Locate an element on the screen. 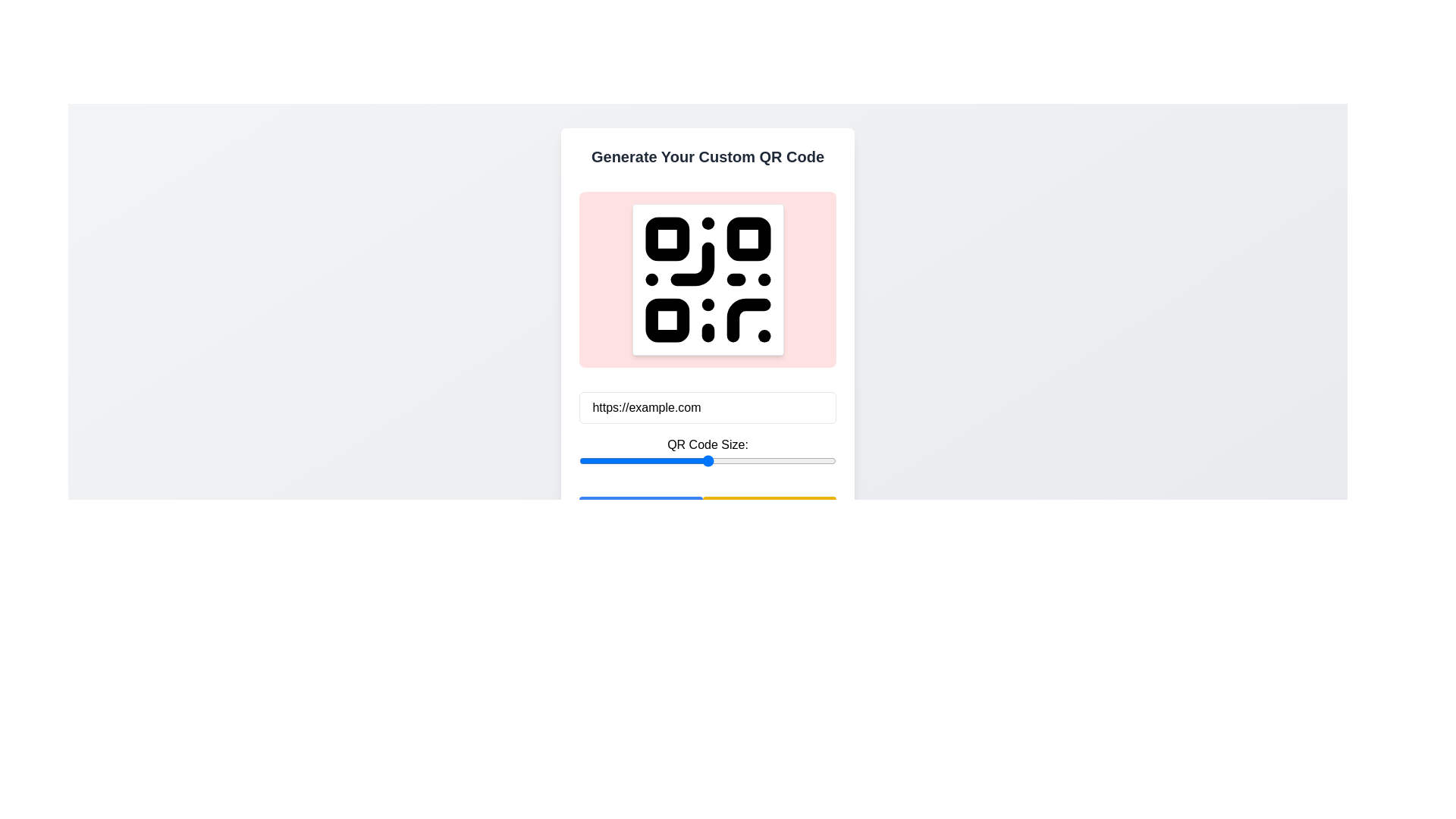 The height and width of the screenshot is (819, 1456). QR code size is located at coordinates (613, 460).